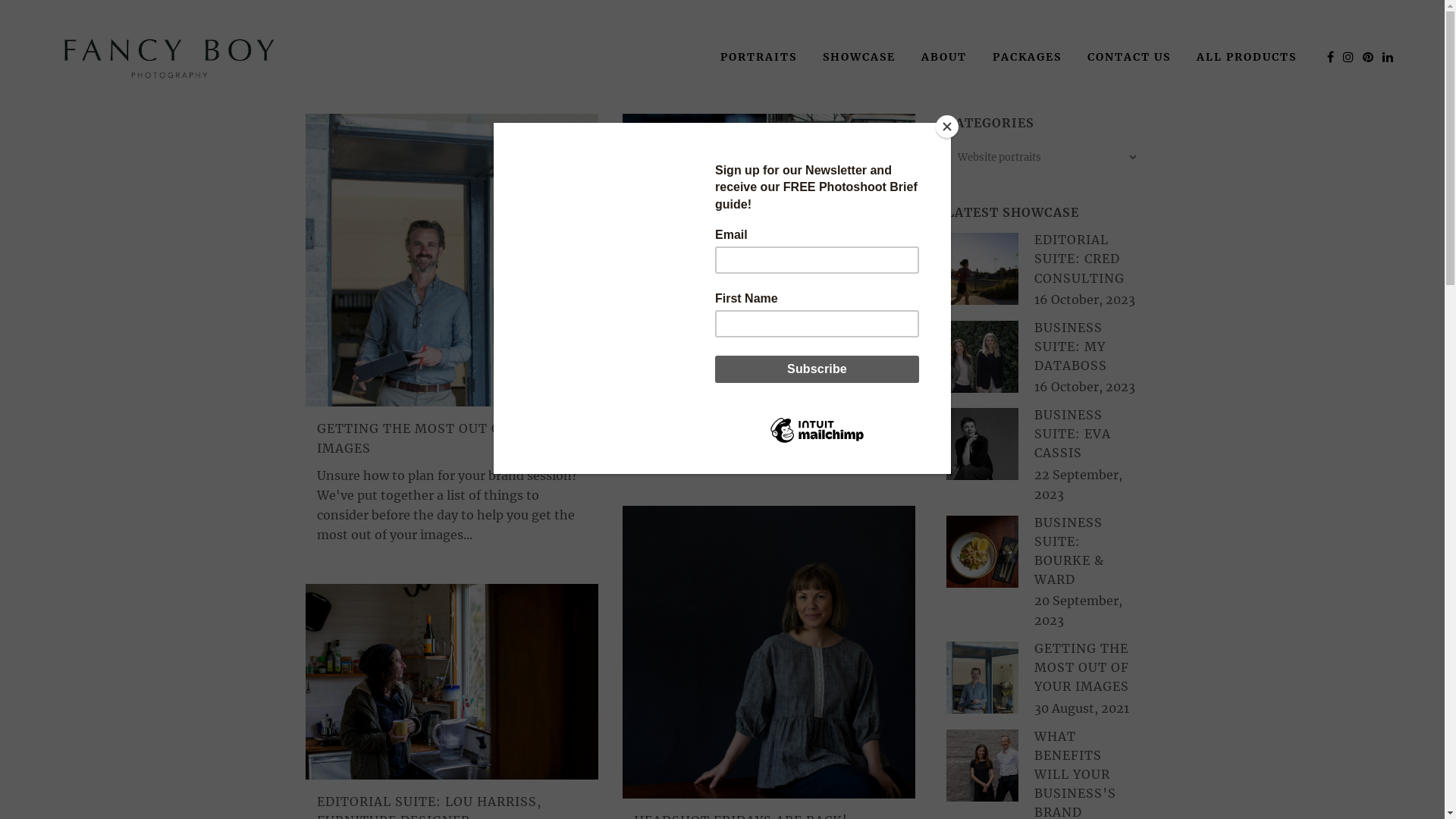 The image size is (1456, 819). I want to click on 'GETTING THE MOST OUT OF YOUR IMAGES', so click(432, 438).